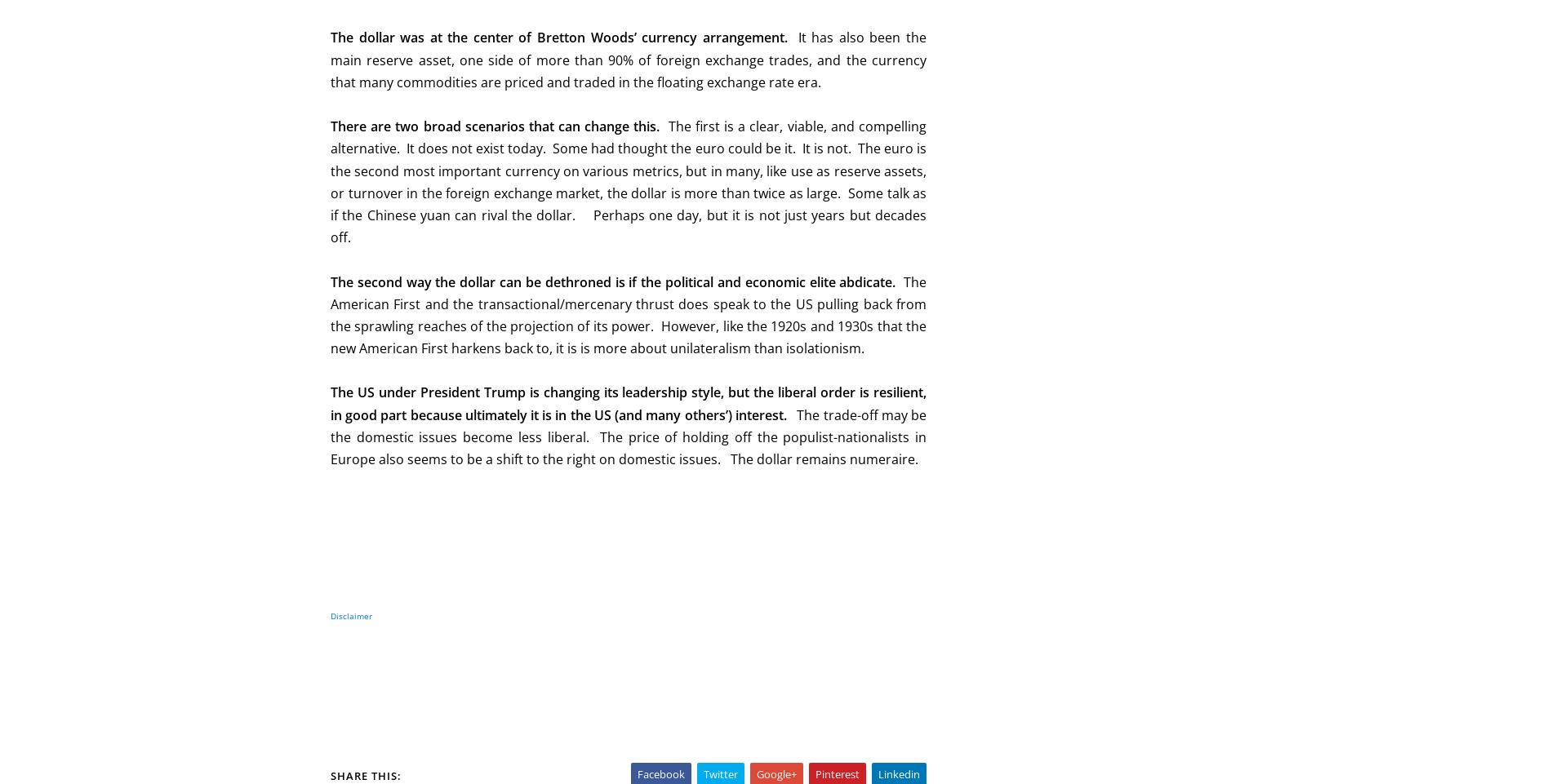 The height and width of the screenshot is (784, 1551). What do you see at coordinates (1027, 513) in the screenshot?
I see `'December 2020'` at bounding box center [1027, 513].